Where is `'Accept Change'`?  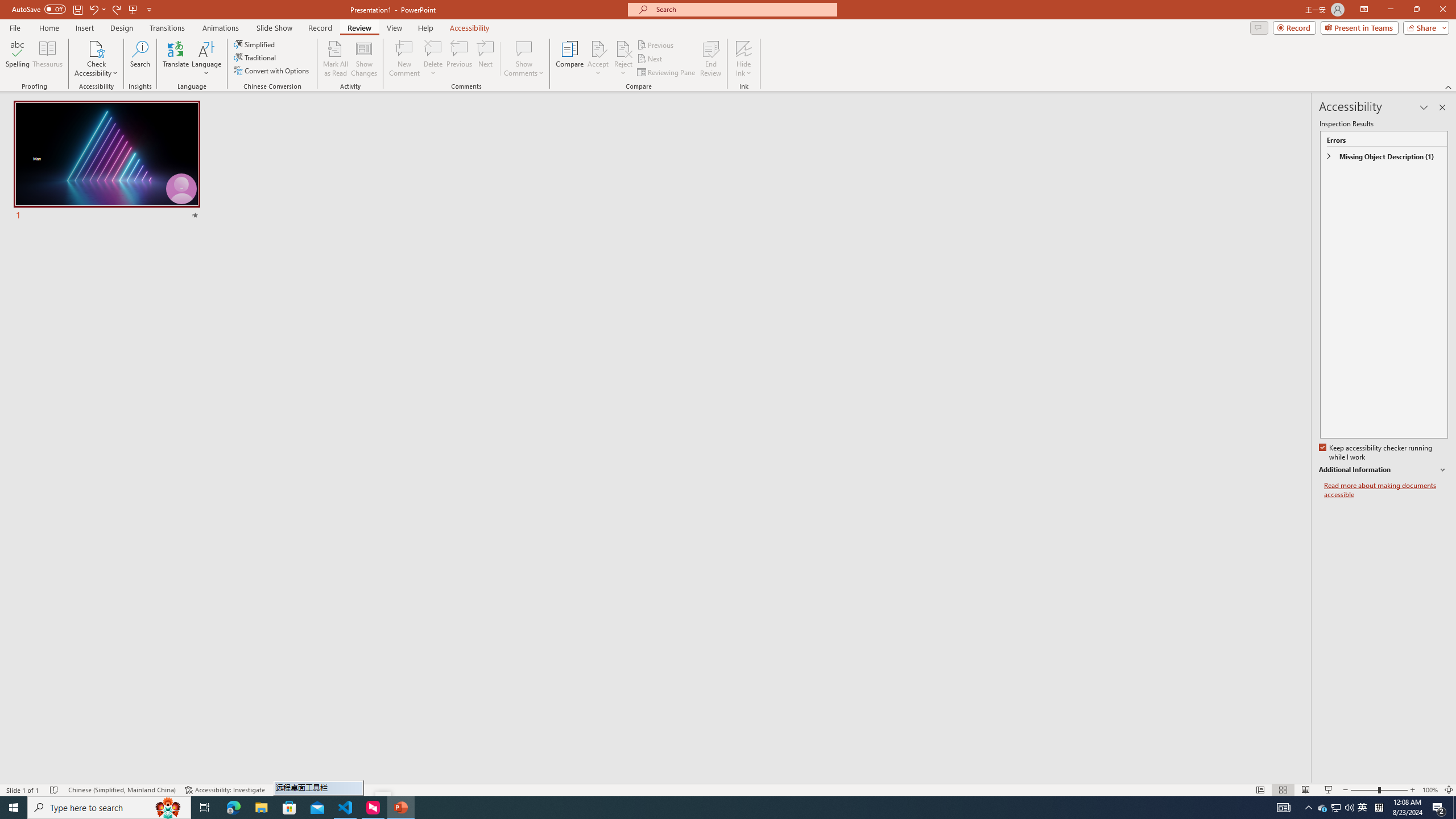
'Accept Change' is located at coordinates (598, 48).